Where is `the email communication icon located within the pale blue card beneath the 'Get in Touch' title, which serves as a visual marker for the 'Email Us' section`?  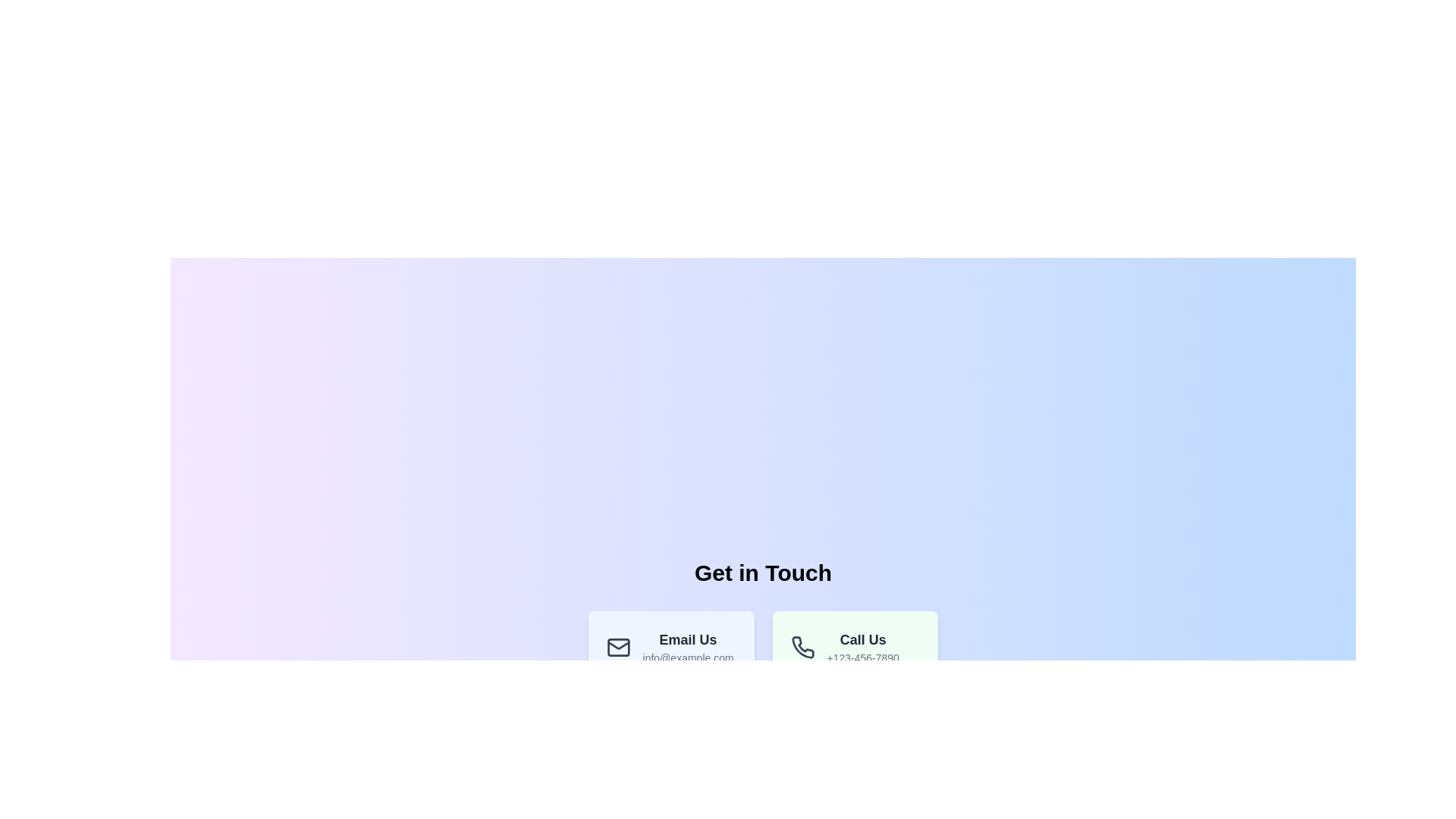 the email communication icon located within the pale blue card beneath the 'Get in Touch' title, which serves as a visual marker for the 'Email Us' section is located at coordinates (618, 647).